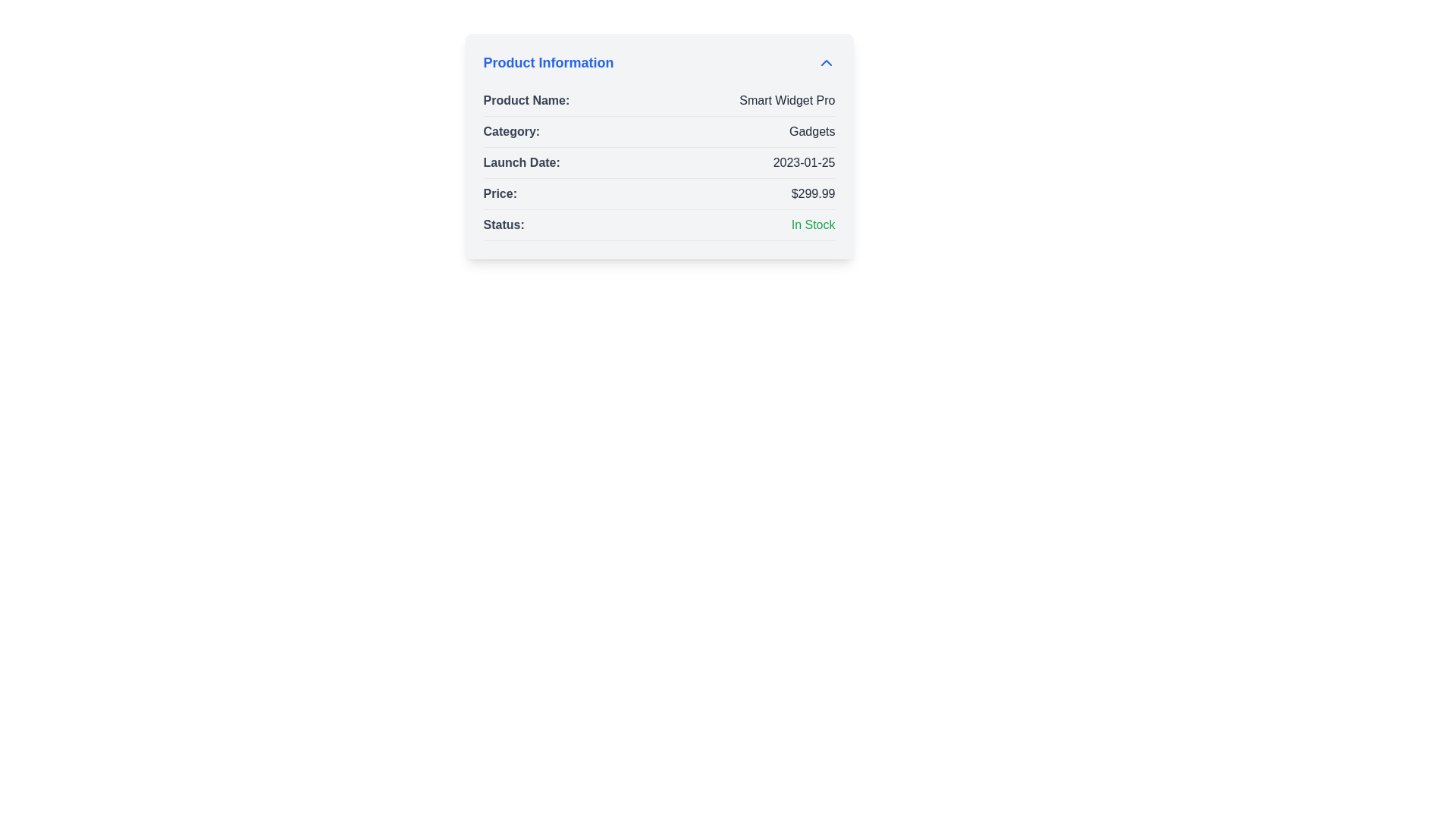  What do you see at coordinates (500, 193) in the screenshot?
I see `the 'Price:' text label, which is styled with a bold font and gray color, located in the product details panel, to the left of the monetary value '$299.99'` at bounding box center [500, 193].